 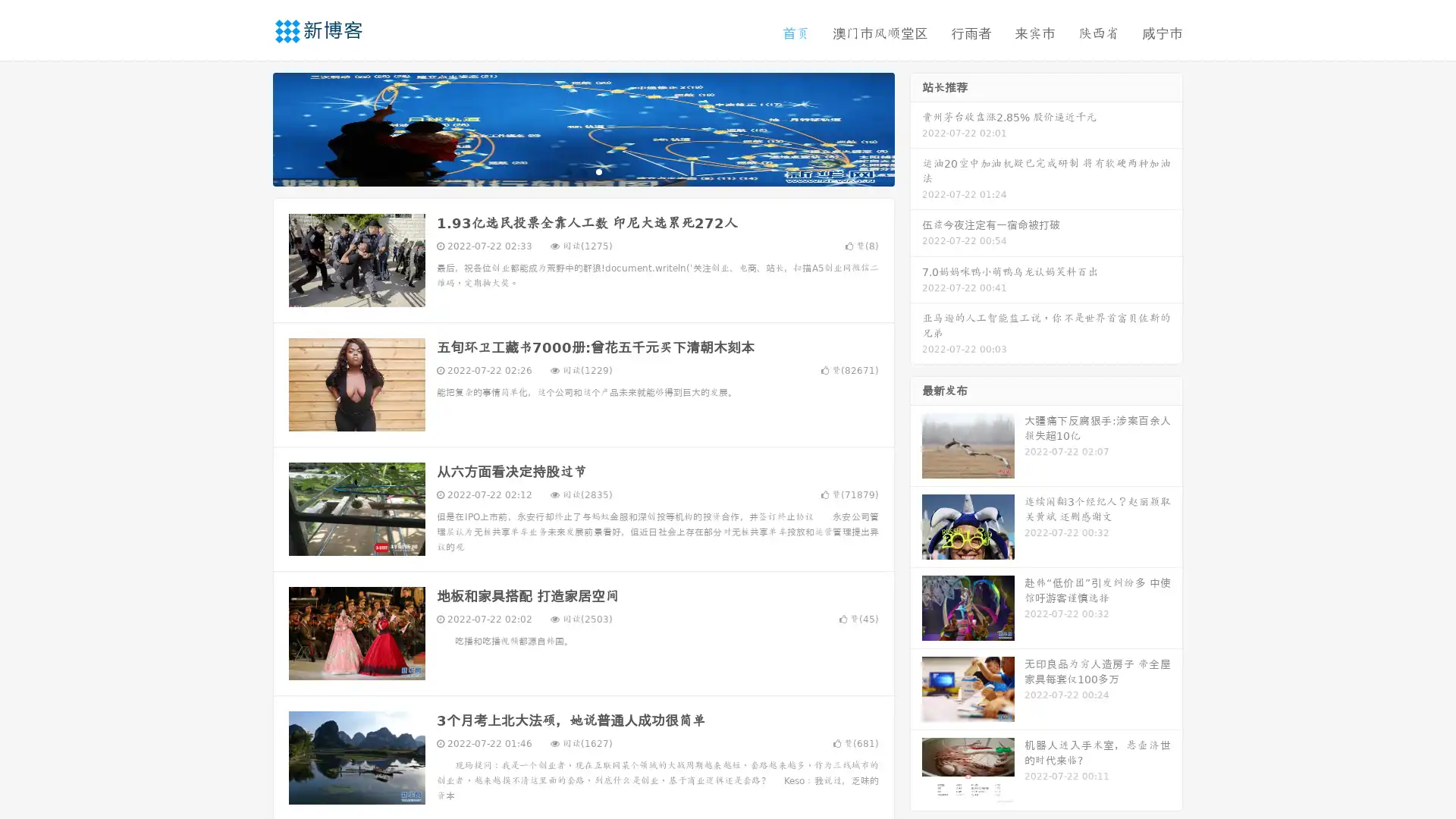 I want to click on Go to slide 2, so click(x=582, y=171).